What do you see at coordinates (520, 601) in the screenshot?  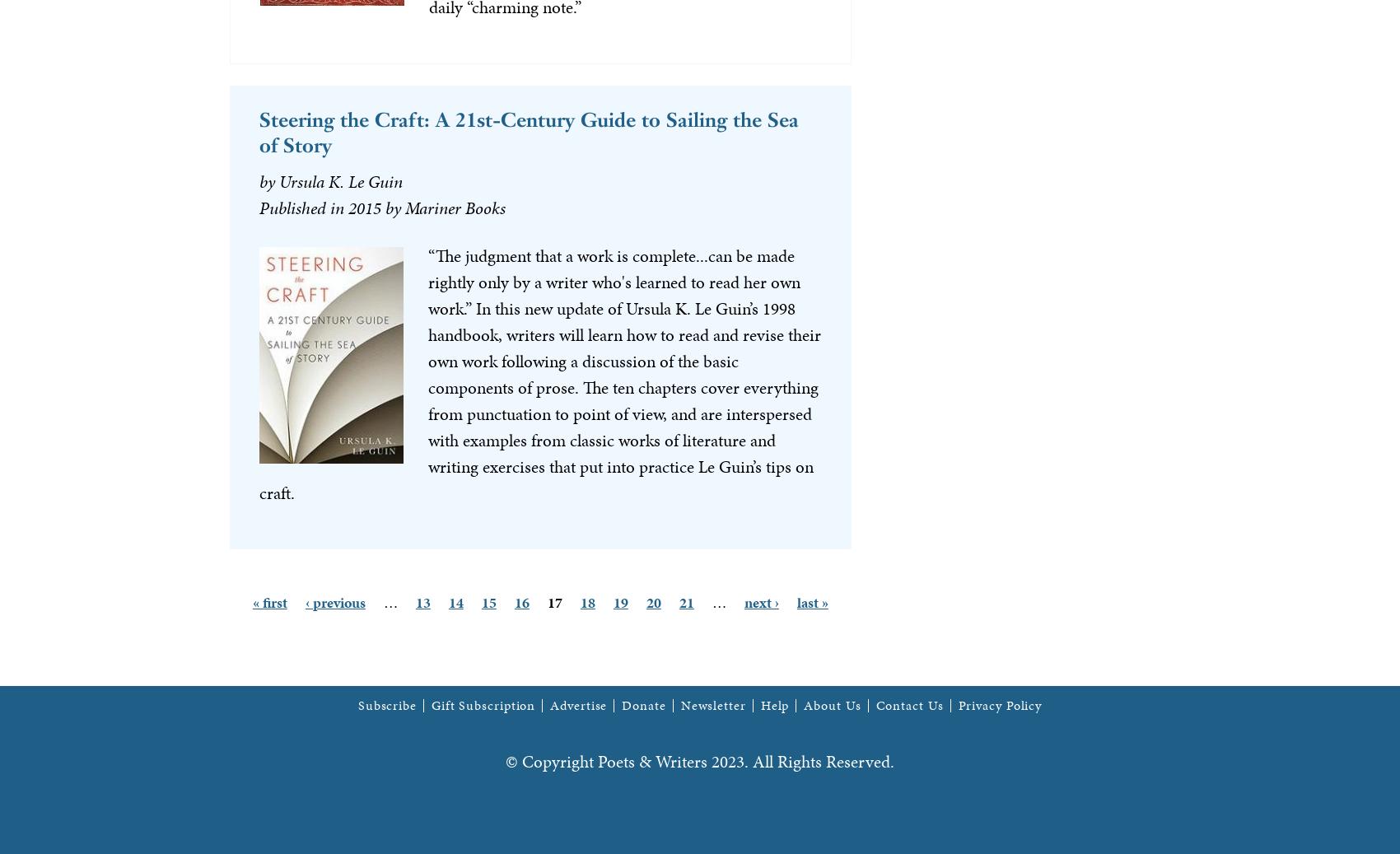 I see `'16'` at bounding box center [520, 601].